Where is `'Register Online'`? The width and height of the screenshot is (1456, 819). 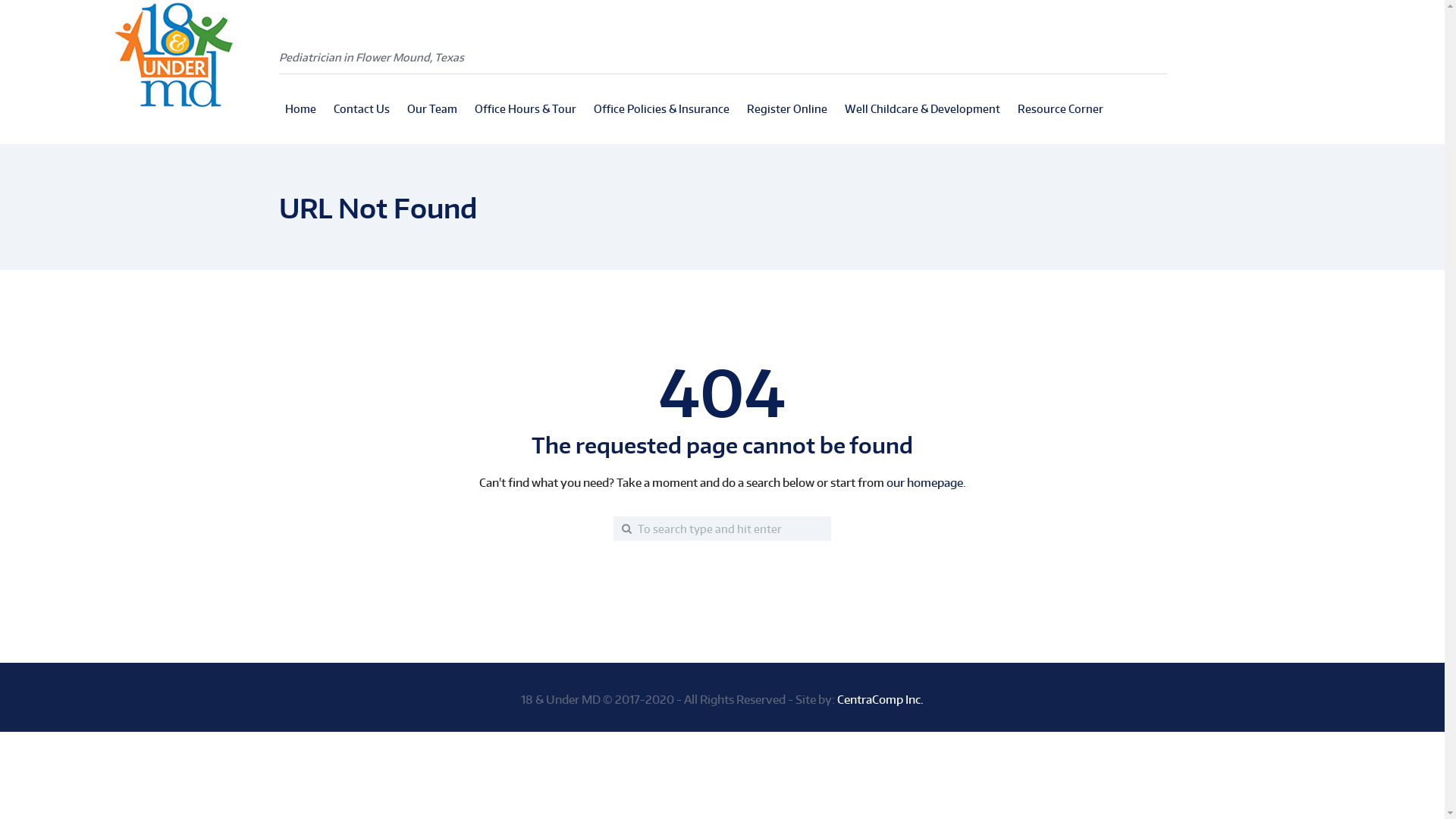
'Register Online' is located at coordinates (786, 108).